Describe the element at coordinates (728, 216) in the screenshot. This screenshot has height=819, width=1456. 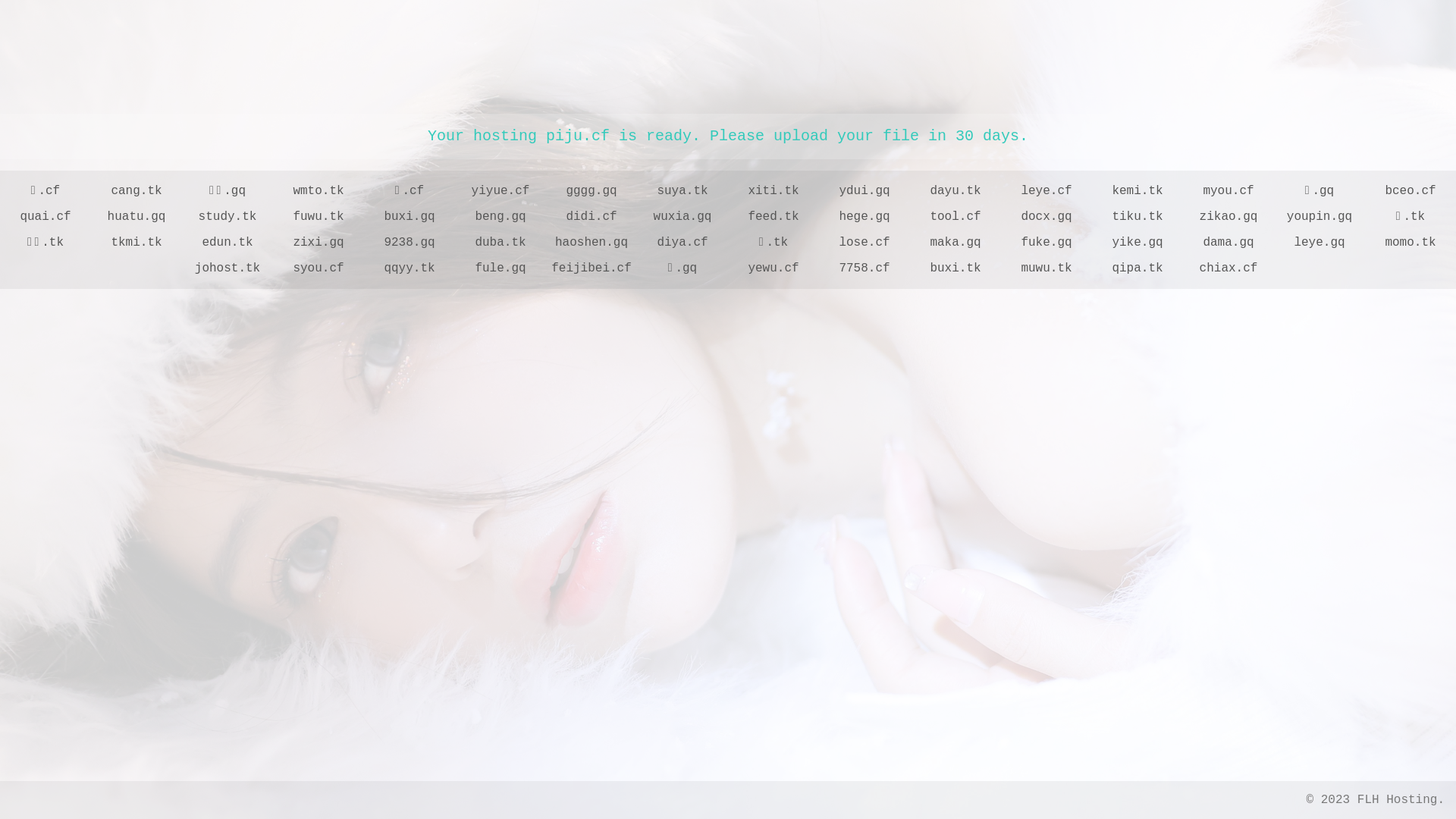
I see `'feed.tk'` at that location.